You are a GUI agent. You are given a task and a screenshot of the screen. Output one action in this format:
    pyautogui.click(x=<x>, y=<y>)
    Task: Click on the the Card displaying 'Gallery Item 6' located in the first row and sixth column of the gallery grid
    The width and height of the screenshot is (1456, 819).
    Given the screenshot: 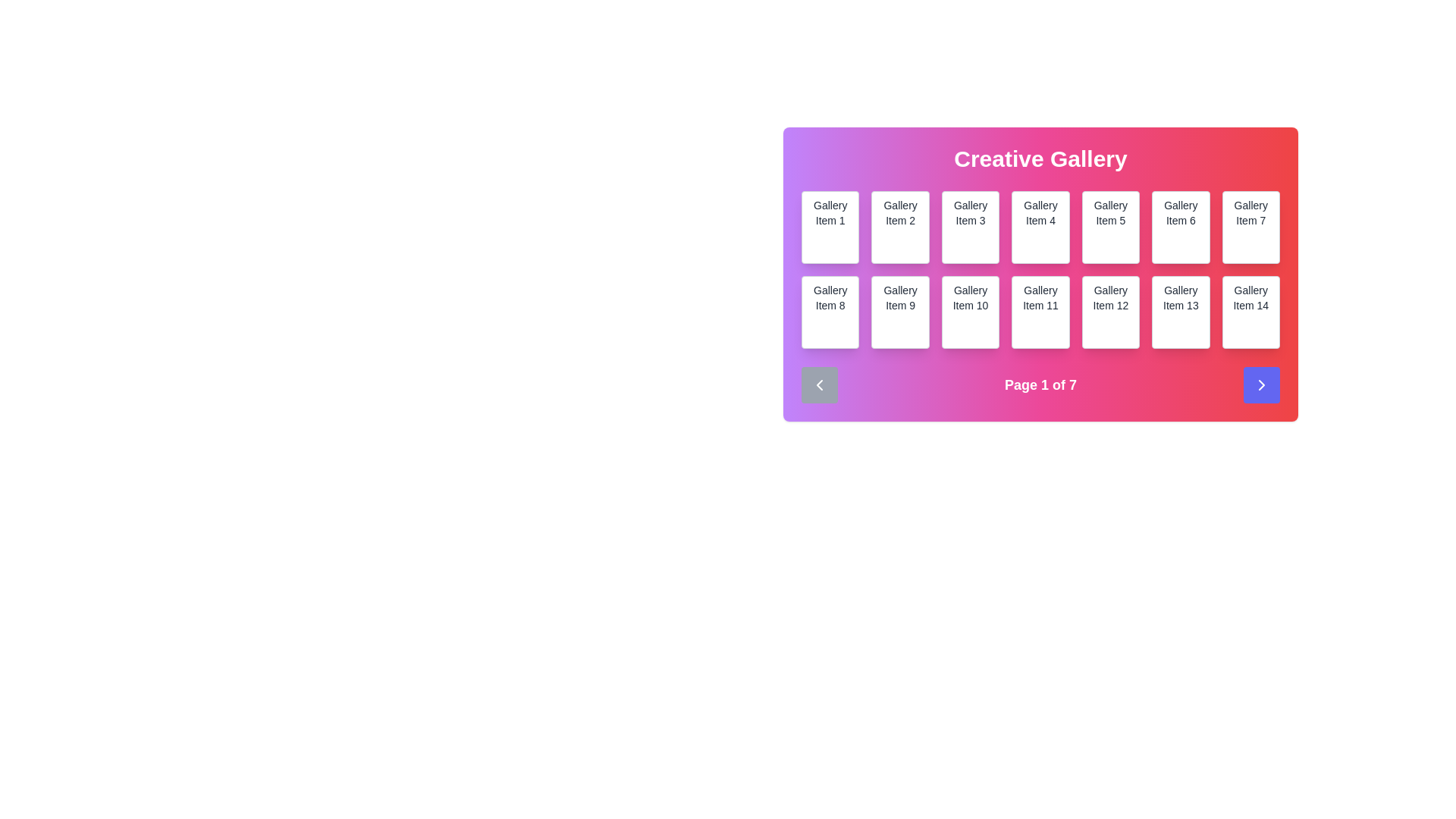 What is the action you would take?
    pyautogui.click(x=1180, y=227)
    